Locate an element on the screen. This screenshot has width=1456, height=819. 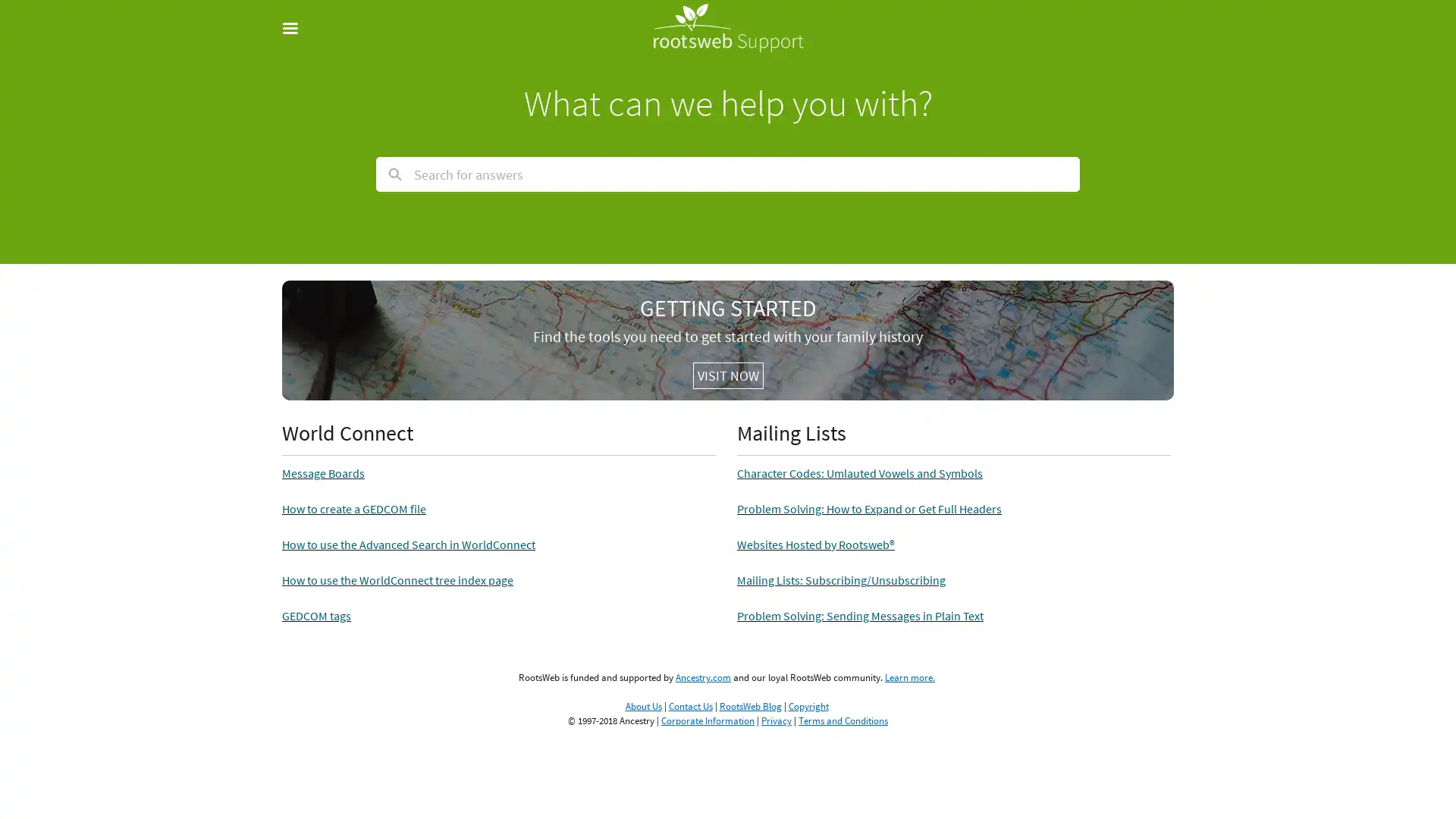
Navigation menu is located at coordinates (298, 29).